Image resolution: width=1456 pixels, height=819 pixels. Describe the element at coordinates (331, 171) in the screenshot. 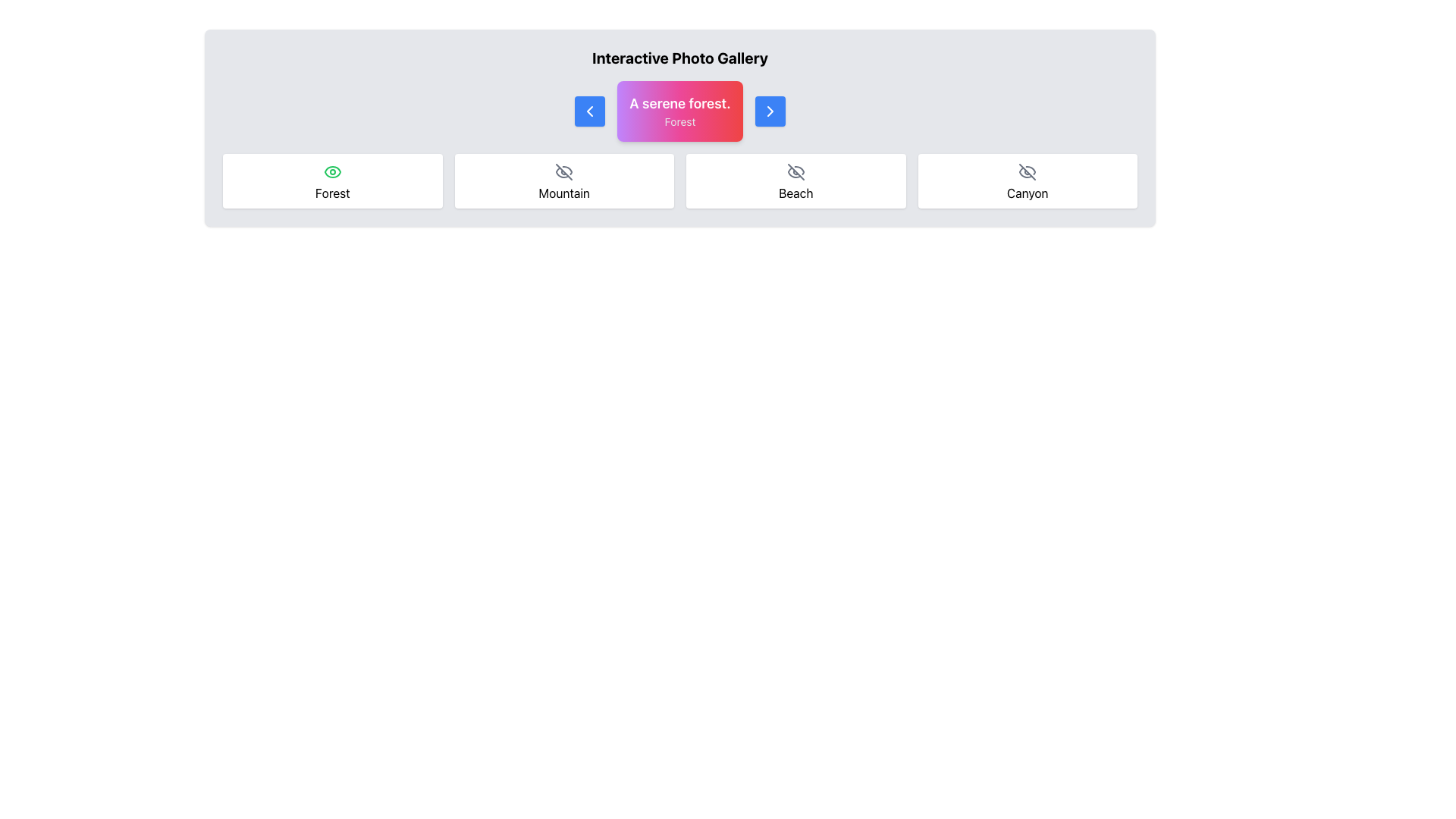

I see `the green eye-shaped icon located to the left of the 'Forest' text label` at that location.